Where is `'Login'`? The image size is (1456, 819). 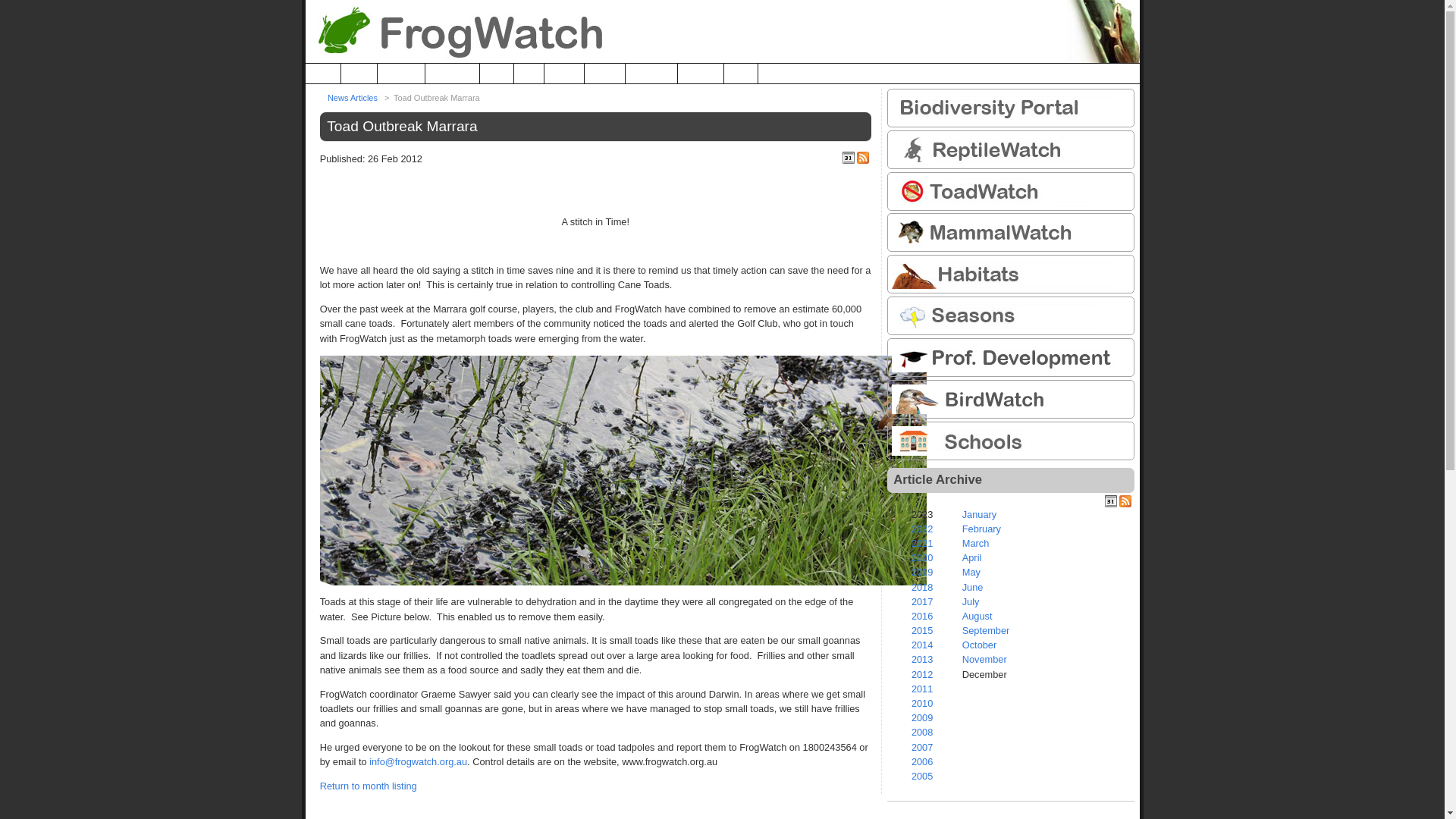 'Login' is located at coordinates (741, 73).